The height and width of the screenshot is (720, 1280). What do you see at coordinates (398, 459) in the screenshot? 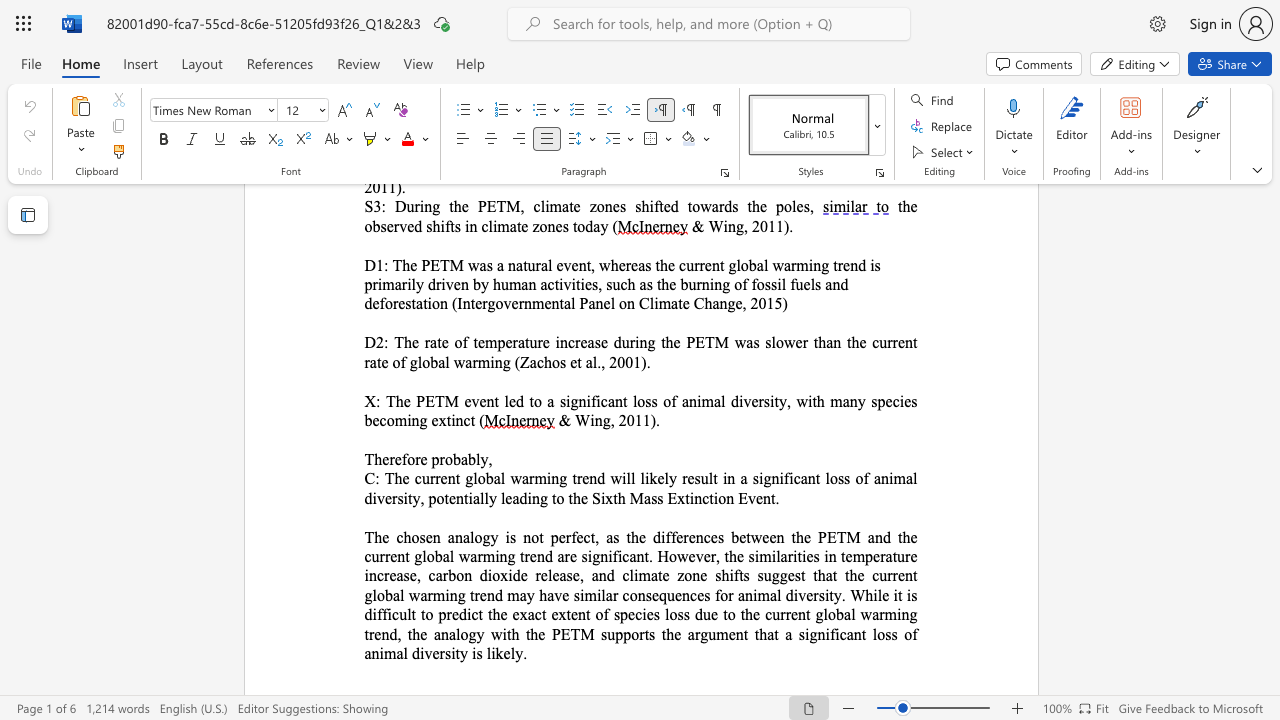
I see `the 2th character "e" in the text` at bounding box center [398, 459].